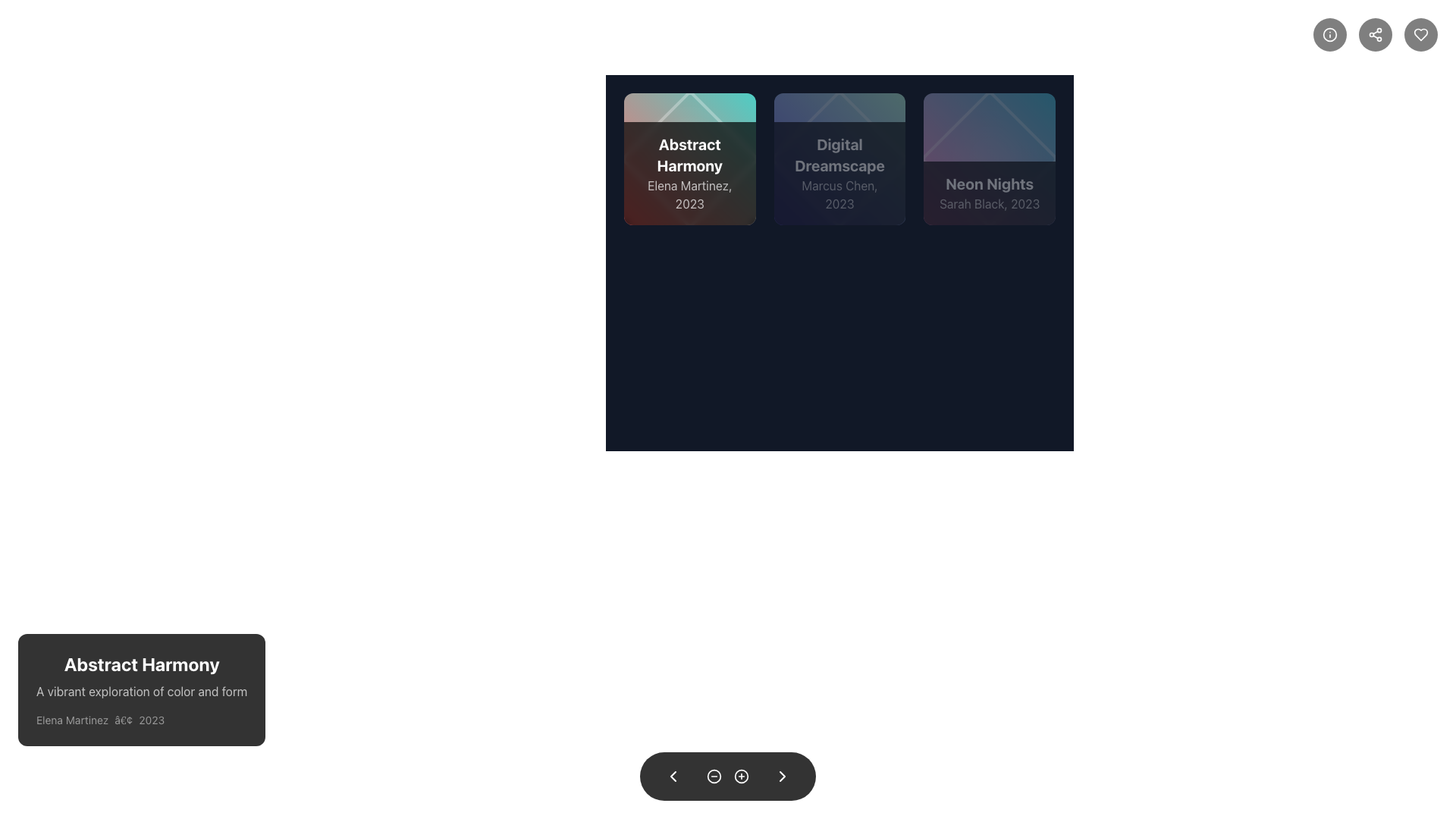 Image resolution: width=1456 pixels, height=819 pixels. I want to click on the heart-shaped icon located at the upper right corner of the interface to favorite or unfavorite an item, so click(1420, 34).